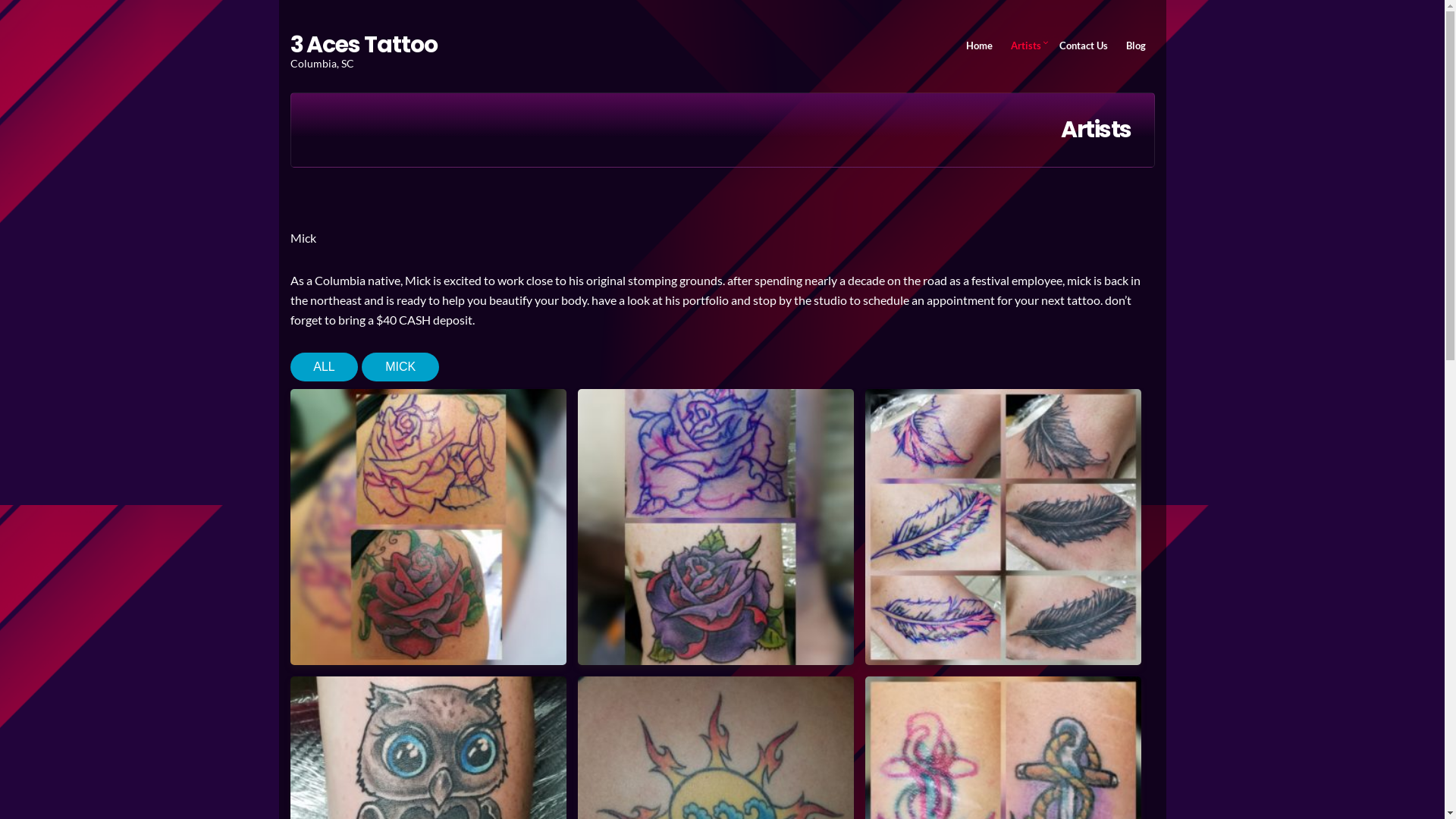 The height and width of the screenshot is (819, 1456). I want to click on 'IMG_20170615_222037_687', so click(577, 526).